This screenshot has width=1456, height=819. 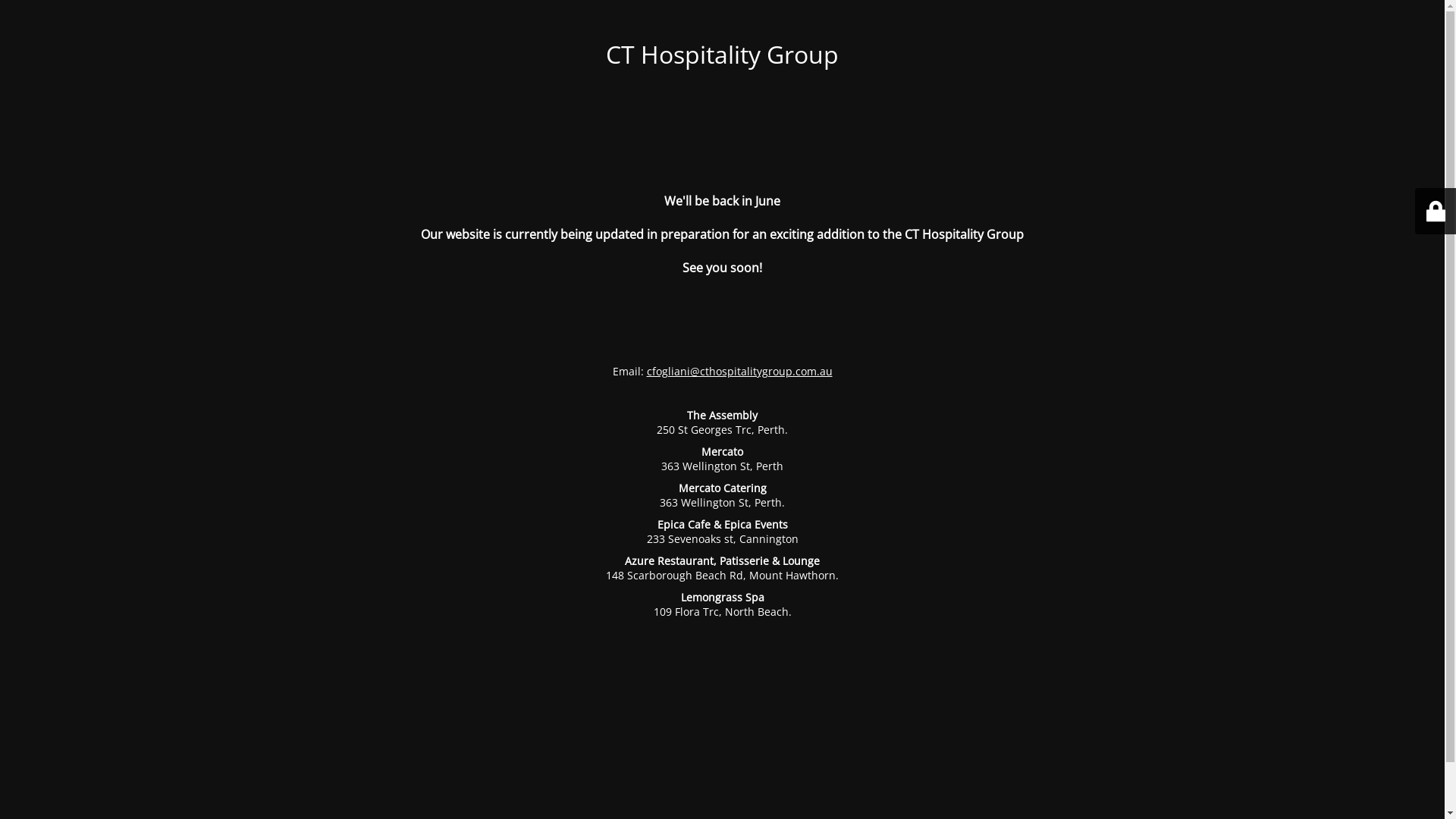 I want to click on 'cfogliani@cthospitalitygroup.com.au', so click(x=739, y=371).